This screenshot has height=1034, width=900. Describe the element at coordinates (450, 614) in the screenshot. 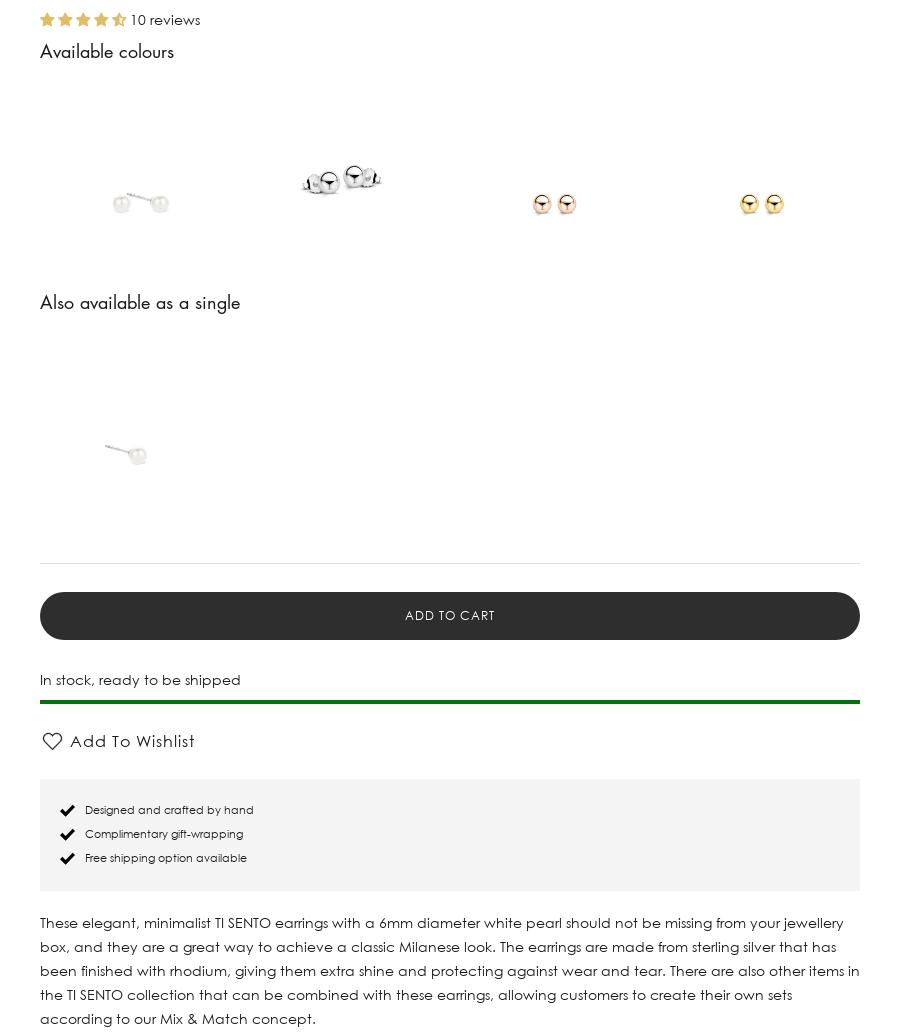

I see `'Add to cart'` at that location.